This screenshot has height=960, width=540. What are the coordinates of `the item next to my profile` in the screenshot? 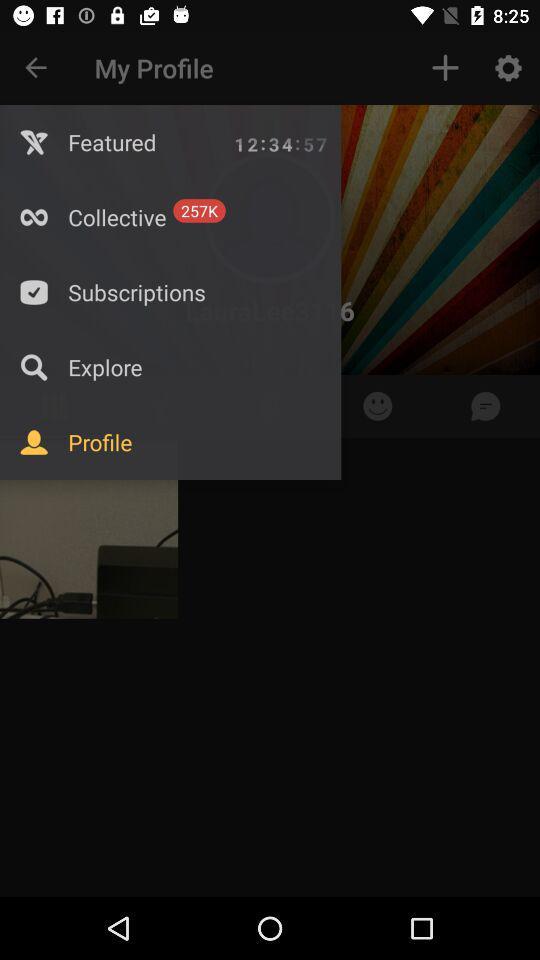 It's located at (36, 68).